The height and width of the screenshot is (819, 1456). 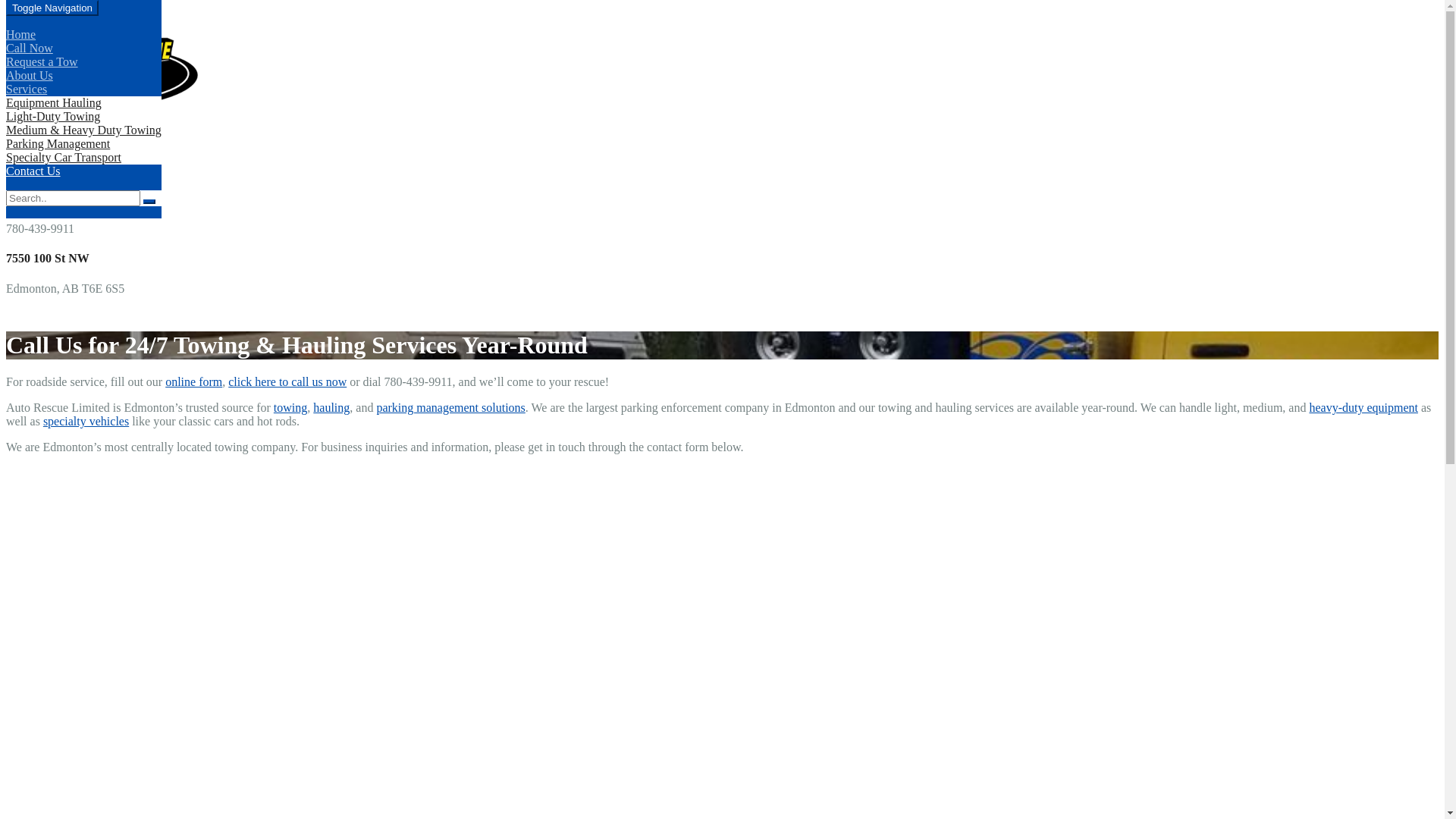 I want to click on 'Specialty Car Transport', so click(x=62, y=157).